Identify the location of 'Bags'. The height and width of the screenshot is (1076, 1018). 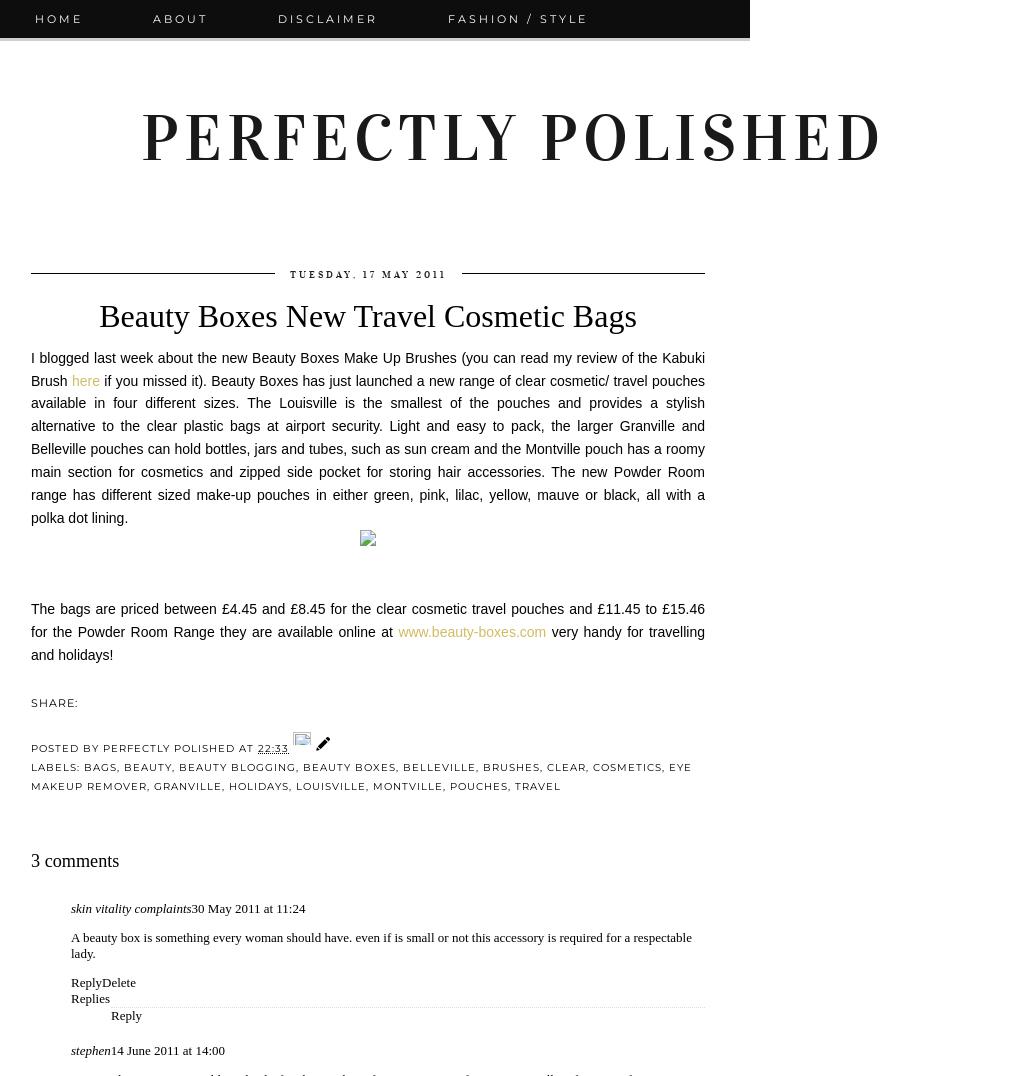
(100, 766).